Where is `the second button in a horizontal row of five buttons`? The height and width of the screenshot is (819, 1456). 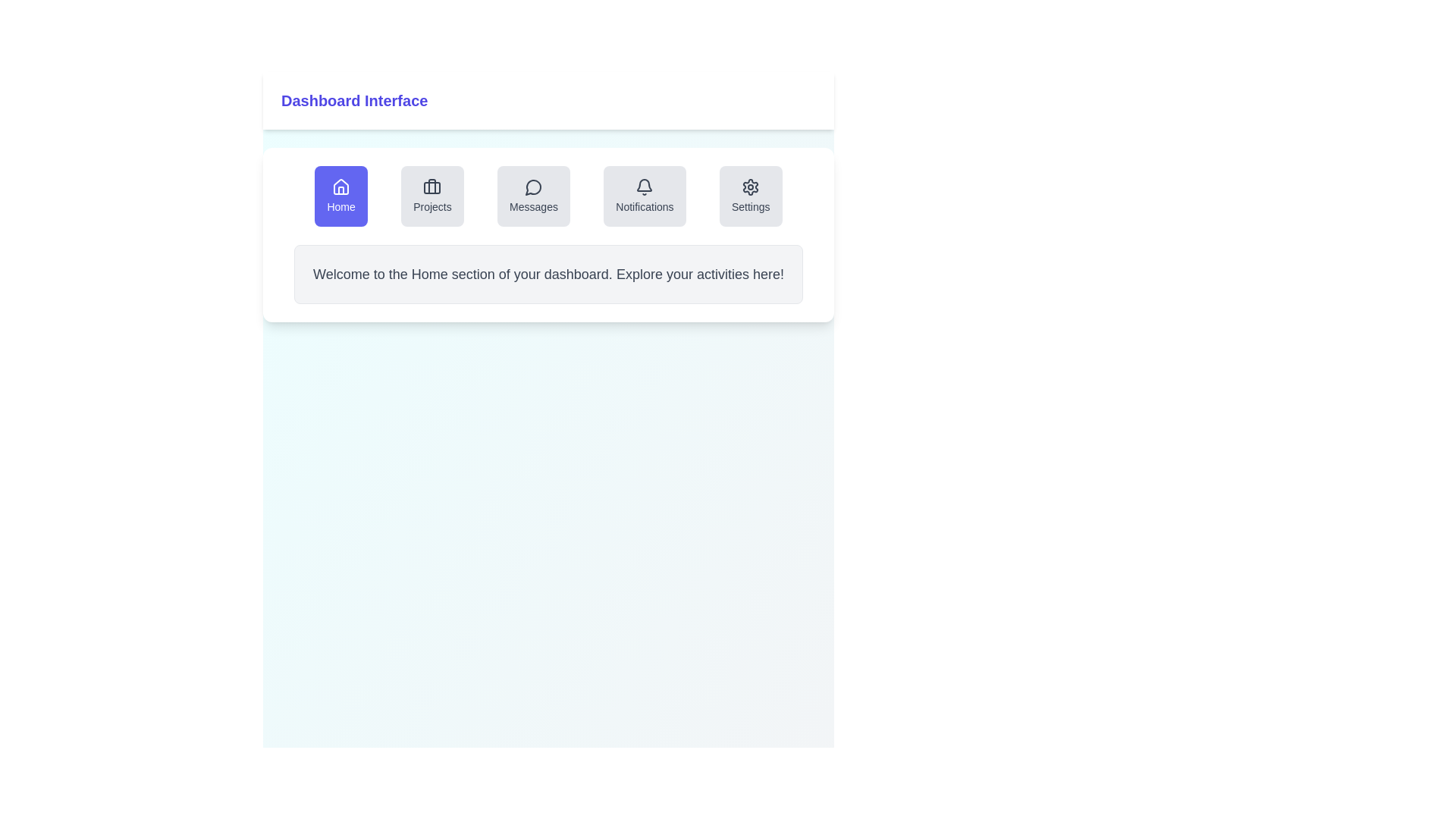 the second button in a horizontal row of five buttons is located at coordinates (431, 195).